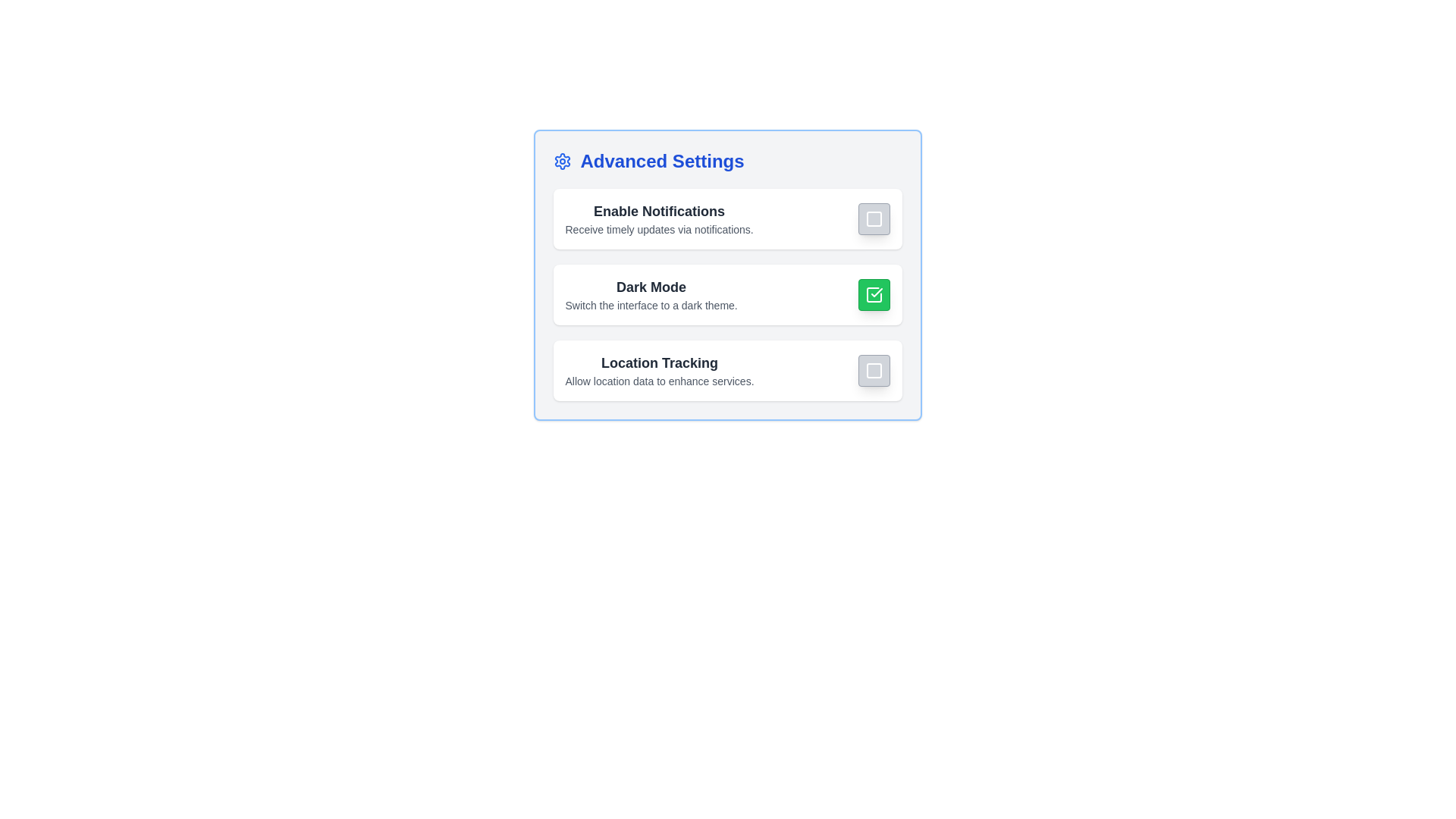  I want to click on the gear-shaped icon representing settings functionality located in the top-left section of the 'Advanced Settings' panel, so click(561, 161).